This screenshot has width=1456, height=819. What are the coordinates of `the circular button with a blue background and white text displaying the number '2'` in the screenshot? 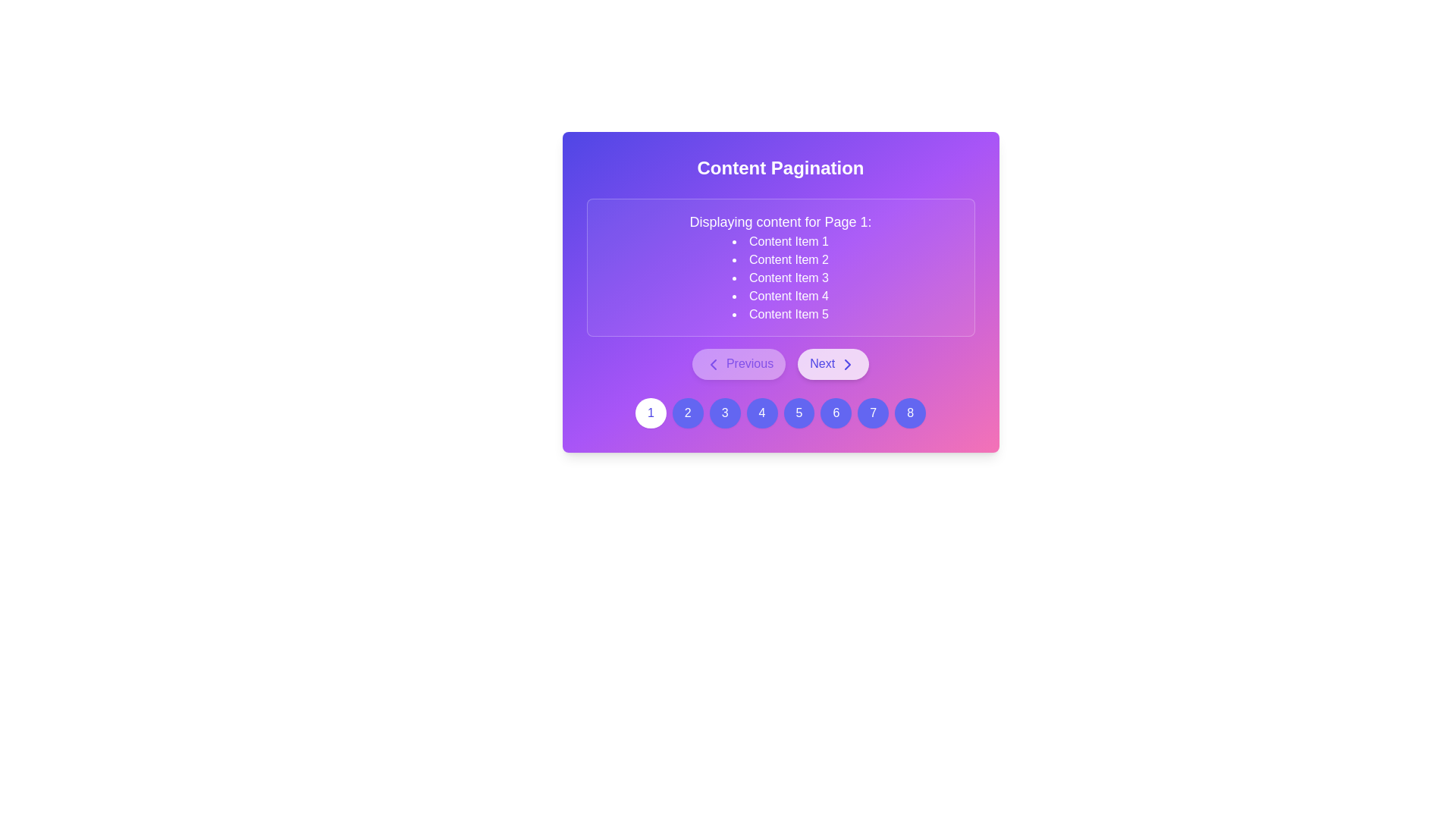 It's located at (687, 413).